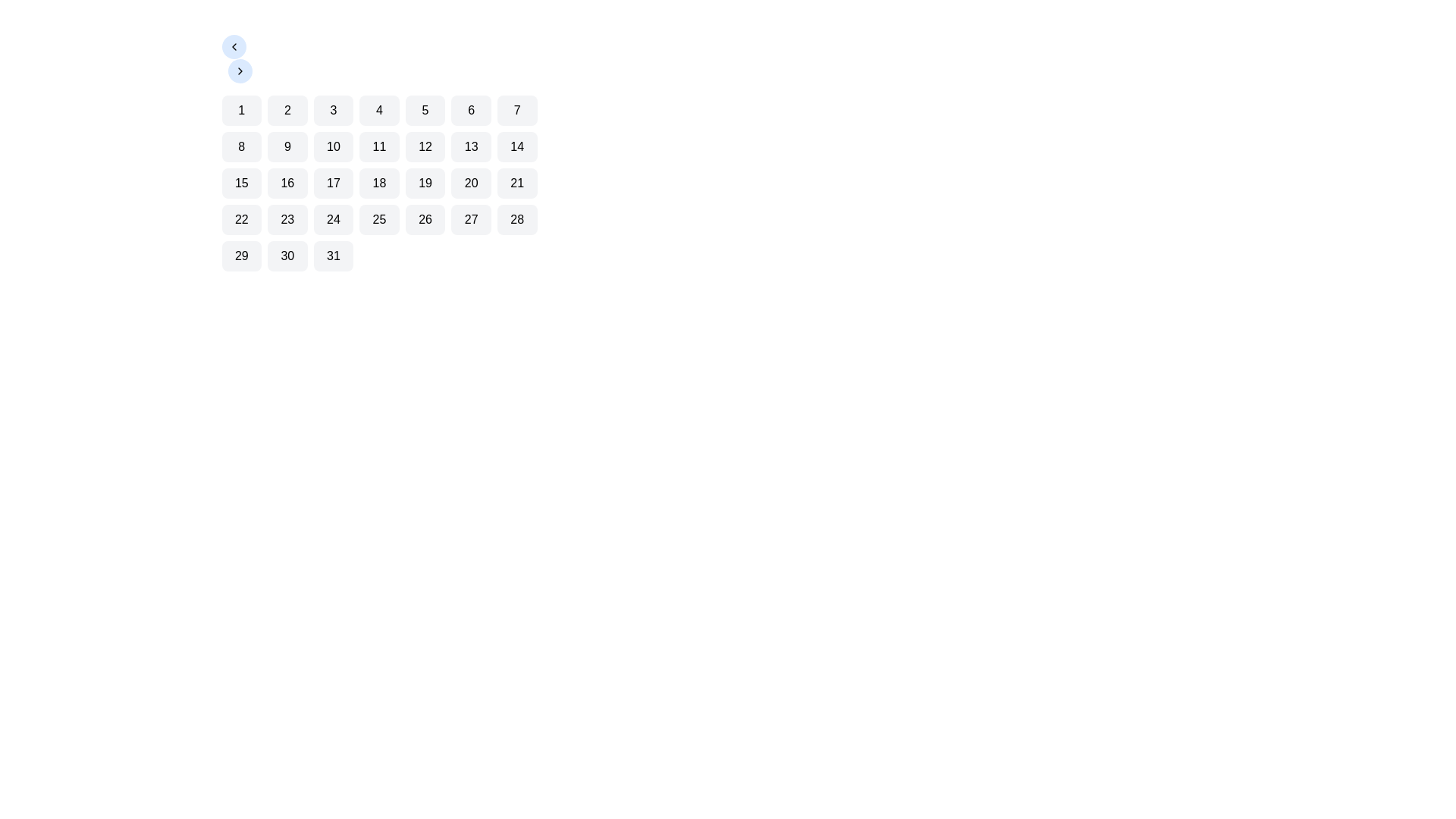 Image resolution: width=1456 pixels, height=819 pixels. Describe the element at coordinates (379, 146) in the screenshot. I see `the grid cell containing the number '11'` at that location.